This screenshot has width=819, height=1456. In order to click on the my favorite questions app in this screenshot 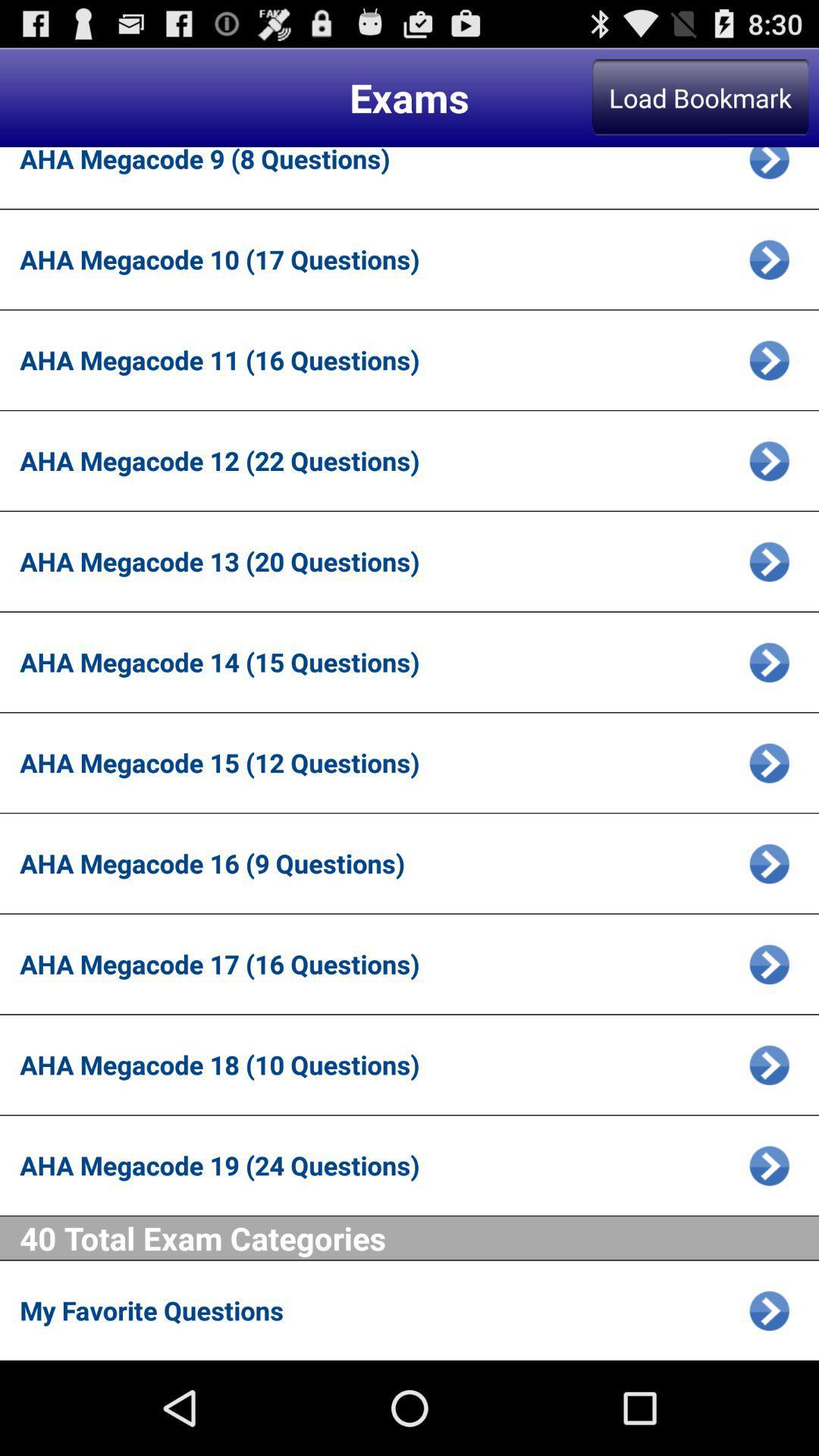, I will do `click(378, 1310)`.